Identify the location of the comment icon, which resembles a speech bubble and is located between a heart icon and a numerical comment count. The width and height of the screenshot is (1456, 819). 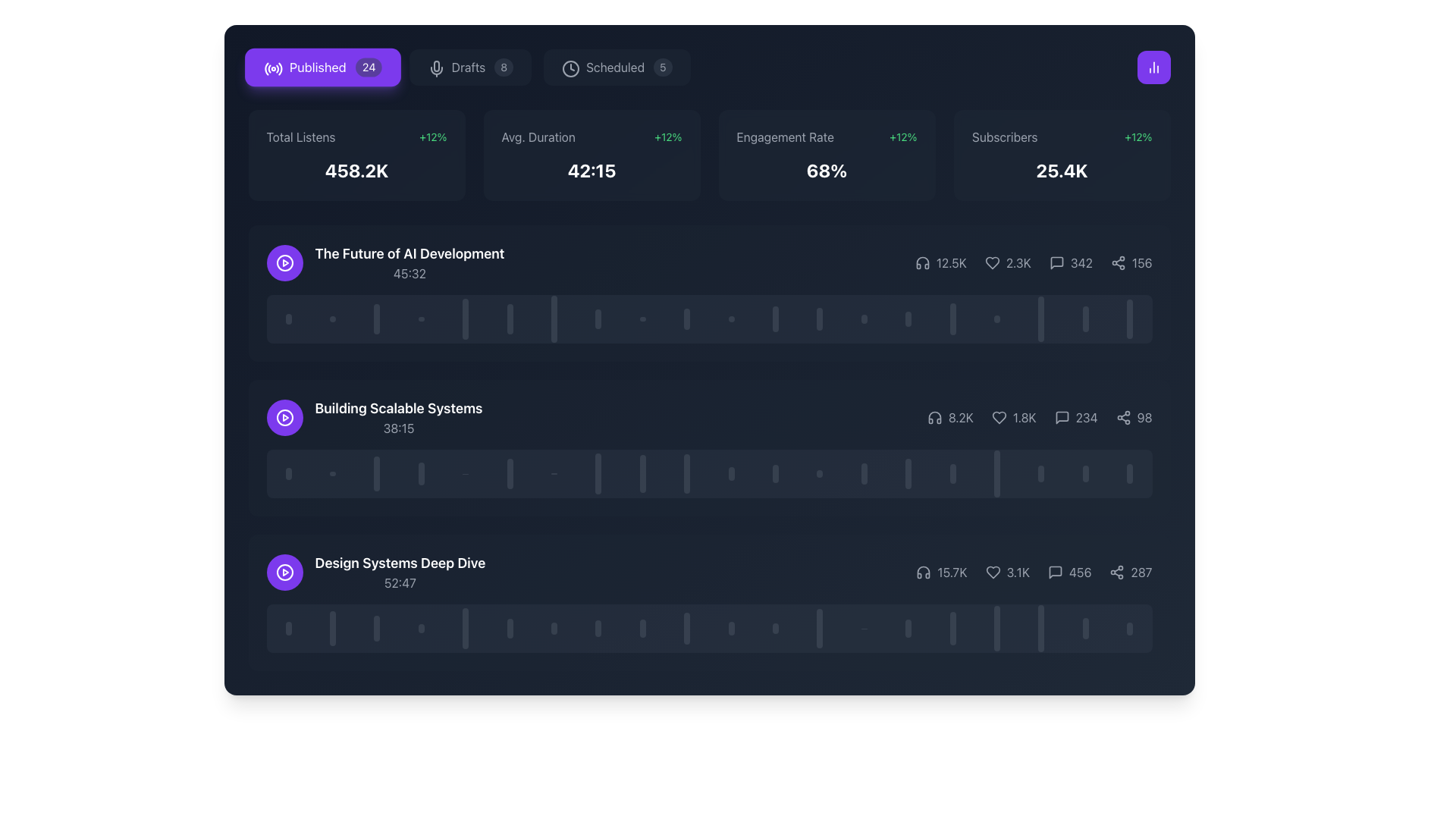
(1056, 262).